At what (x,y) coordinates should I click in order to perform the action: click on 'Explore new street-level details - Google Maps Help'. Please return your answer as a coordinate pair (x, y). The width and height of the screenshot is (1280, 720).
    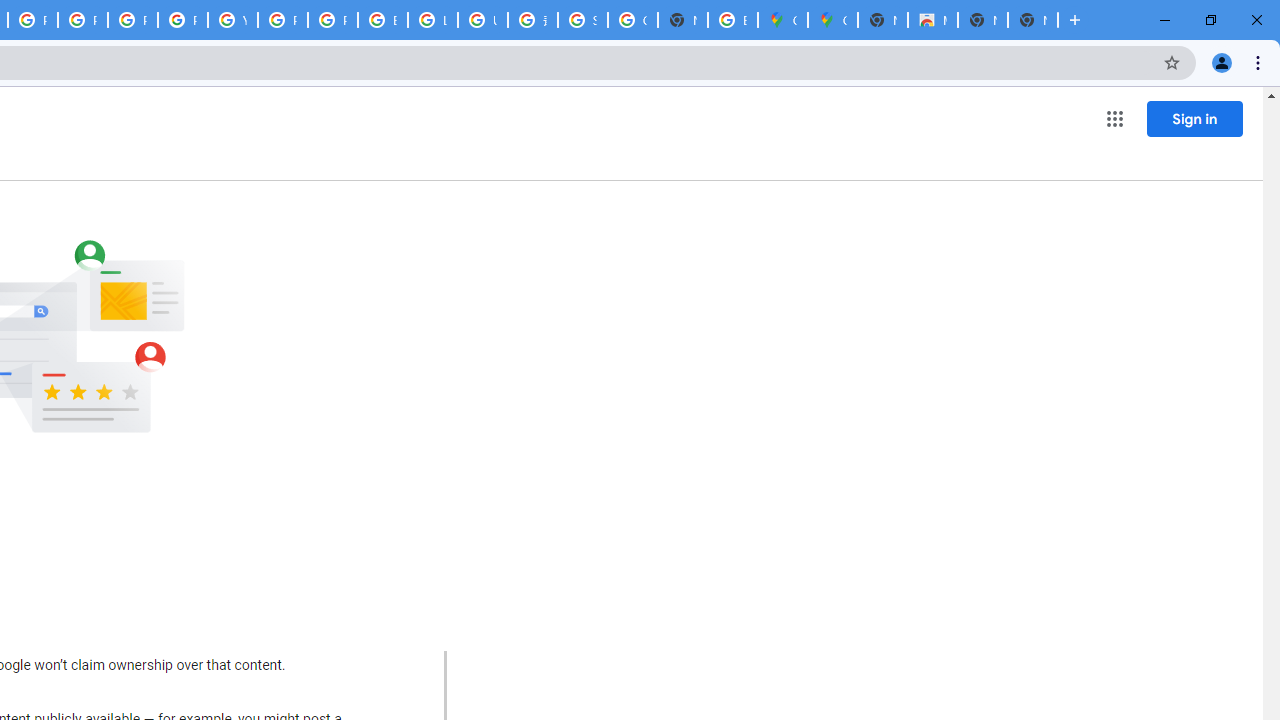
    Looking at the image, I should click on (731, 20).